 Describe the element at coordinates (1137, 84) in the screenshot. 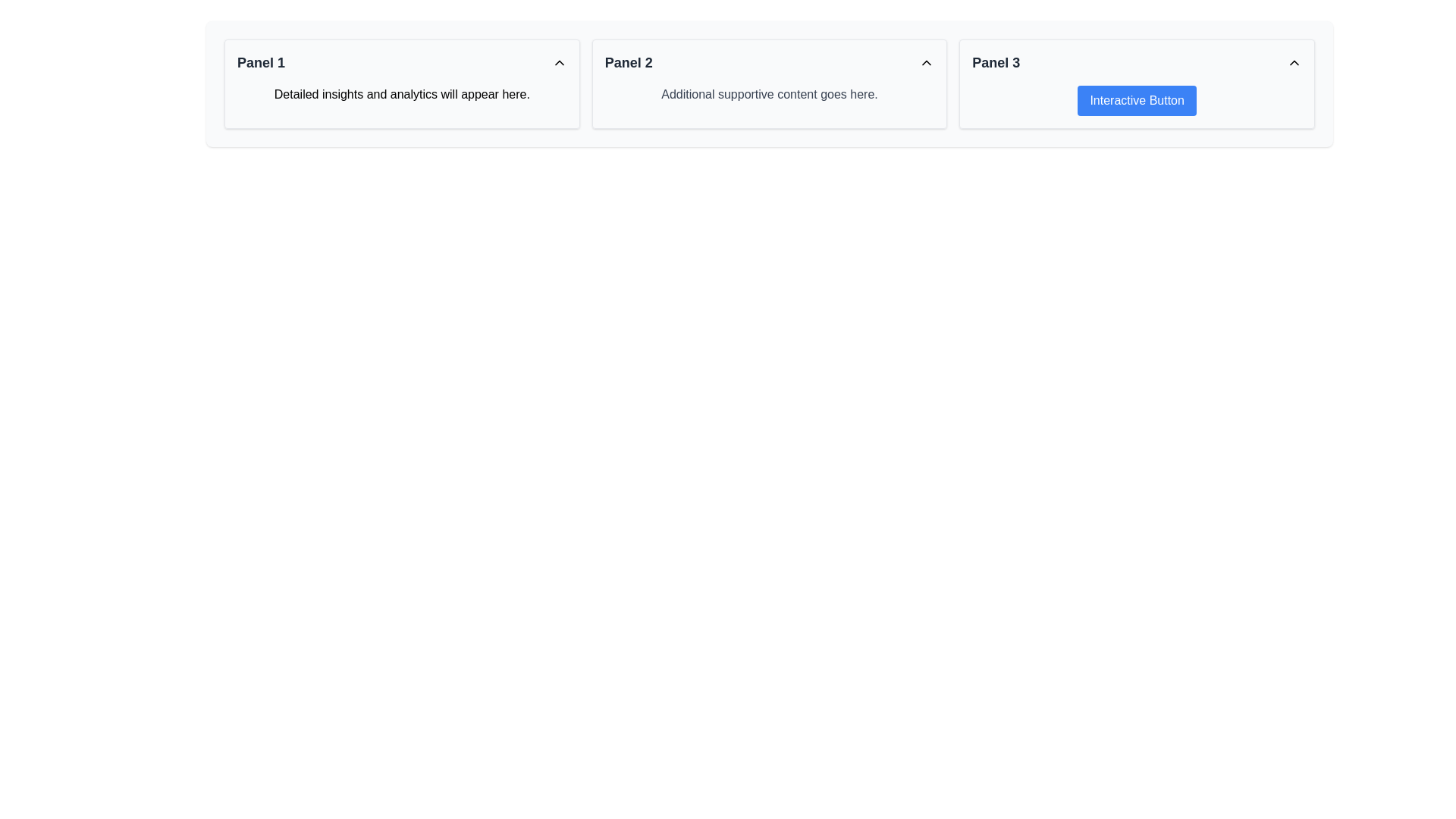

I see `the 'Interactive Button' located within the 'Panel 3' to activate its hover effect` at that location.